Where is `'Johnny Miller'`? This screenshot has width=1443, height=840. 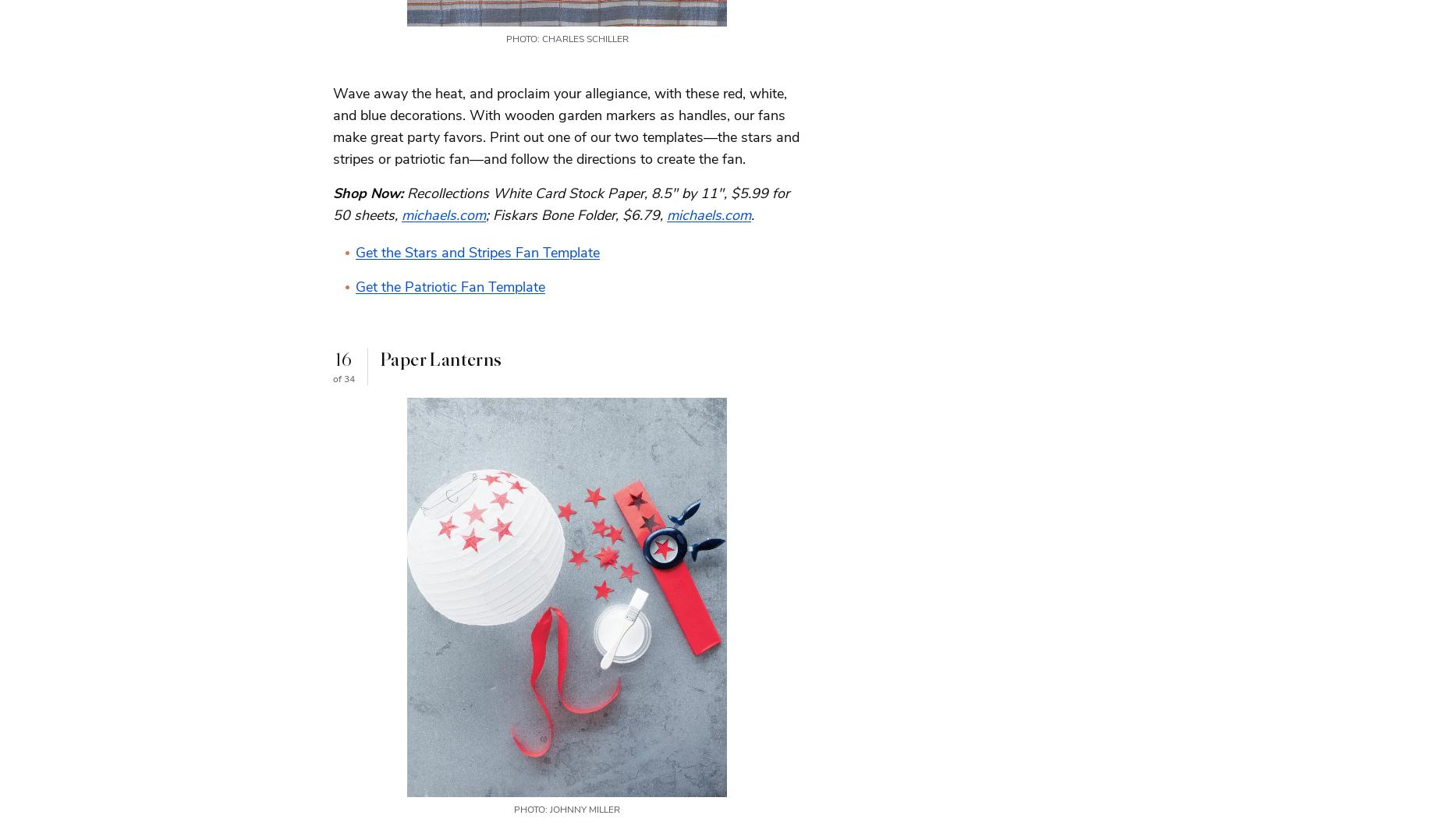 'Johnny Miller' is located at coordinates (584, 809).